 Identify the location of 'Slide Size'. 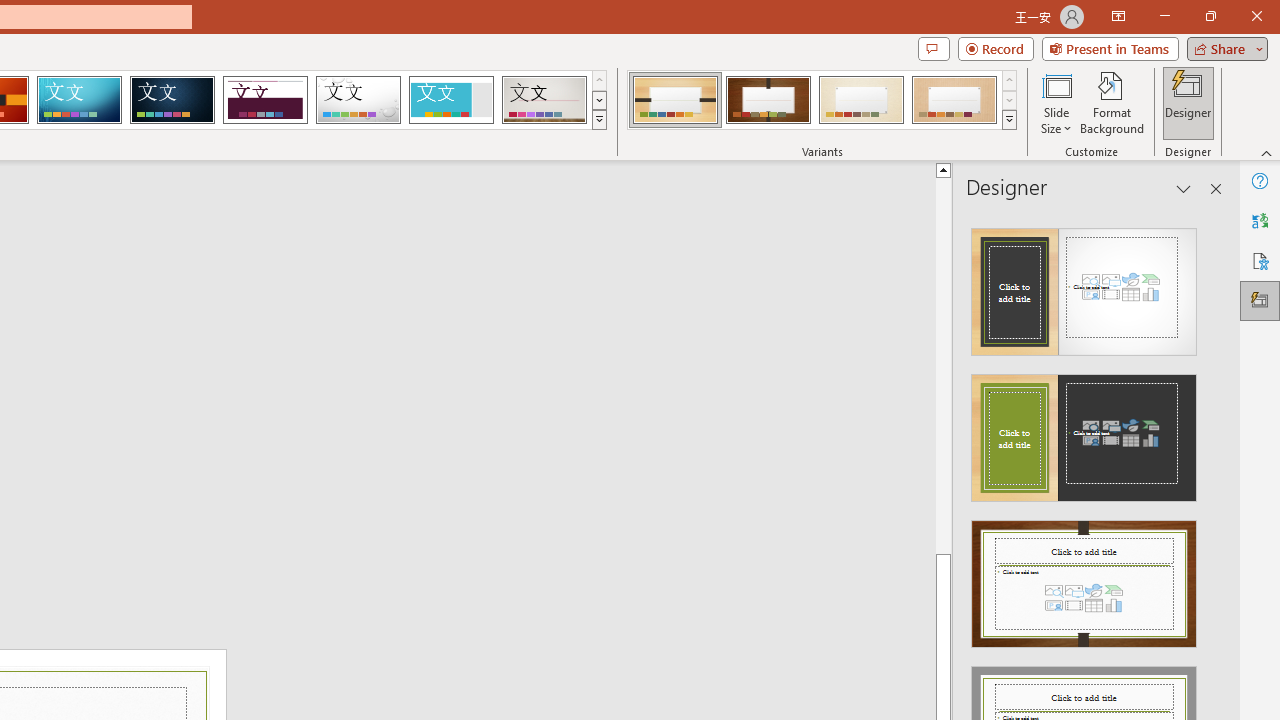
(1055, 103).